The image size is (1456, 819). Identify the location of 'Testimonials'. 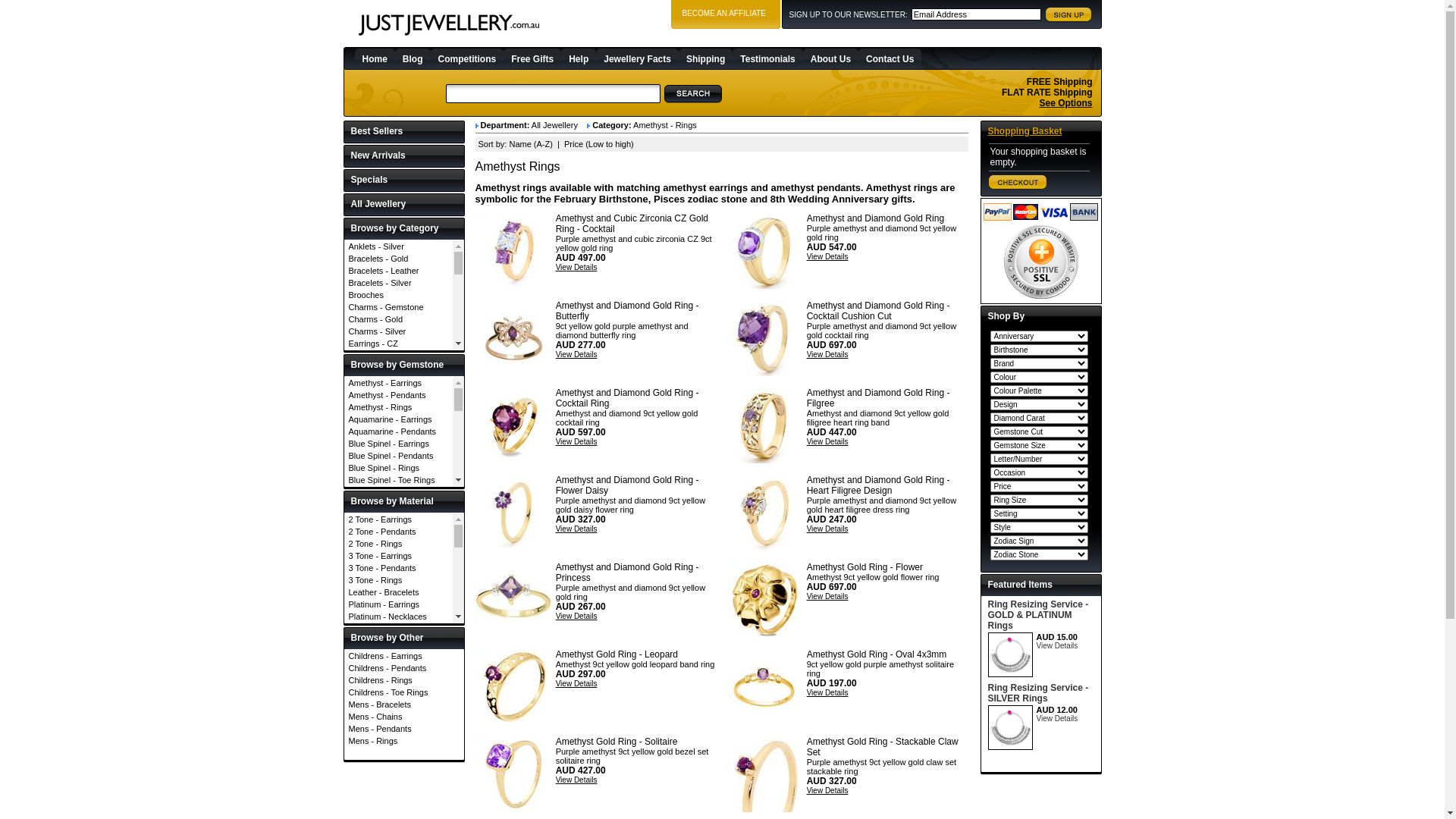
(732, 58).